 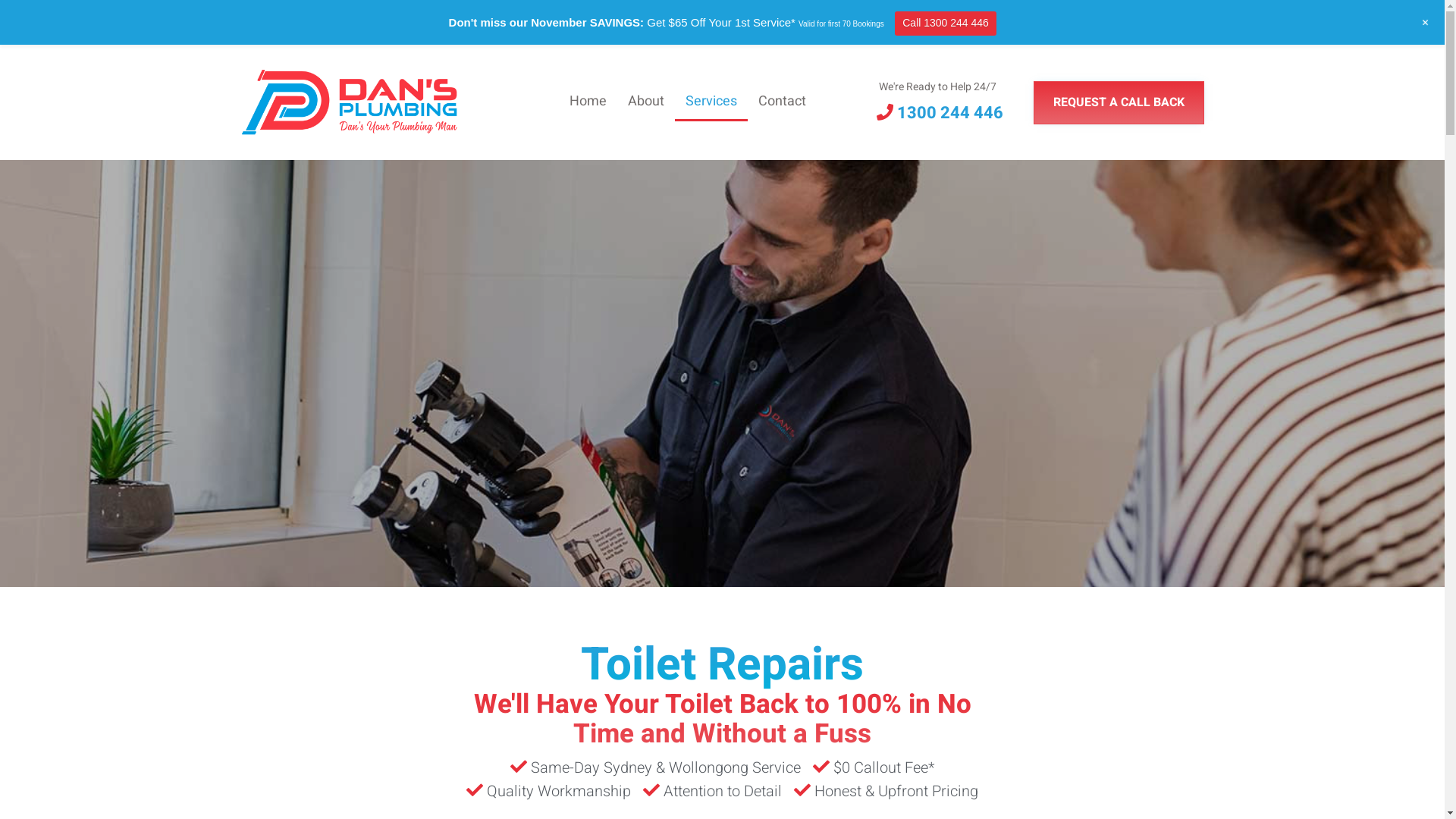 I want to click on 'Services', so click(x=710, y=102).